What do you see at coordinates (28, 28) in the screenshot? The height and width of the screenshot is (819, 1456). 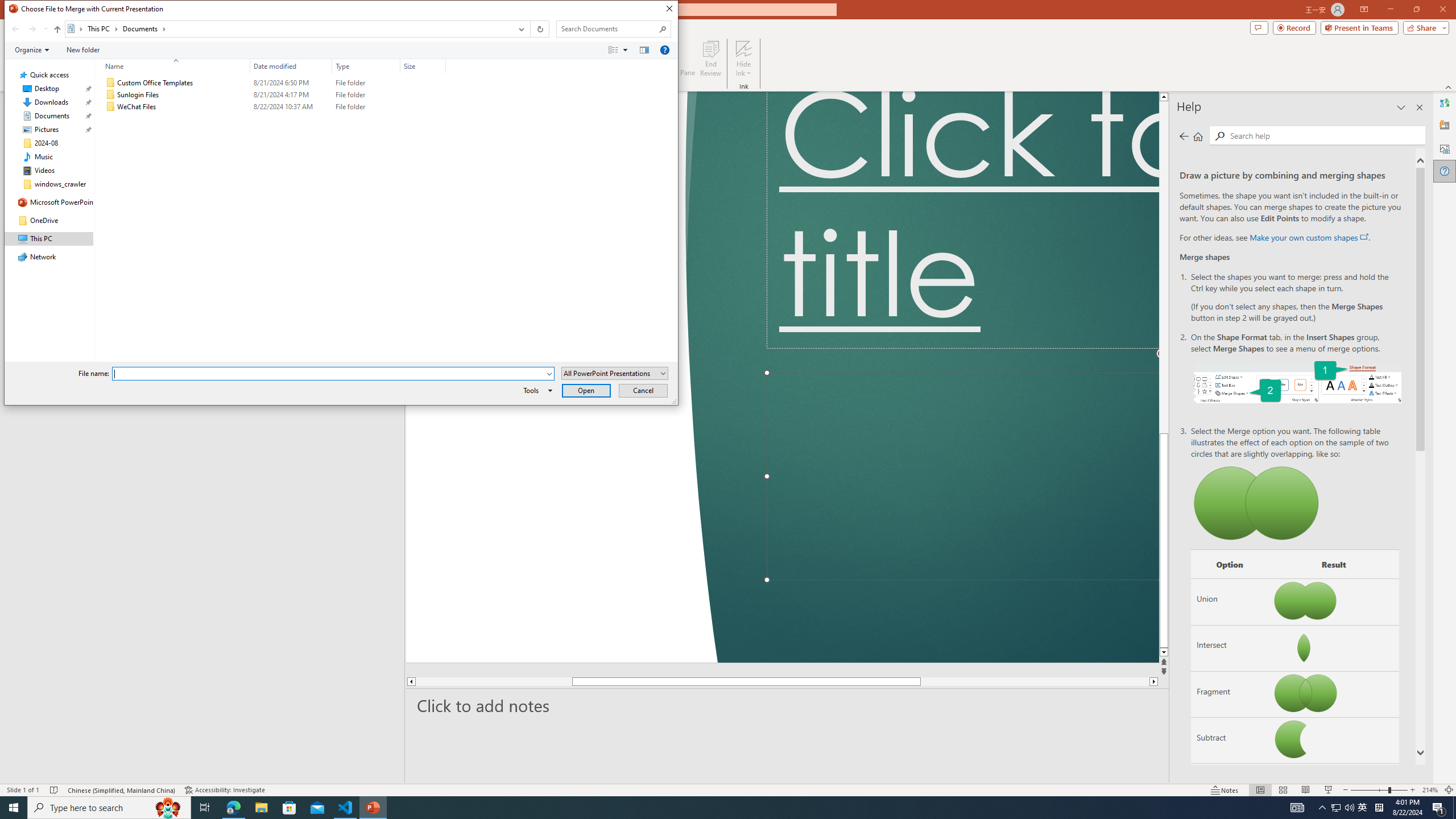 I see `'Navigation buttons'` at bounding box center [28, 28].